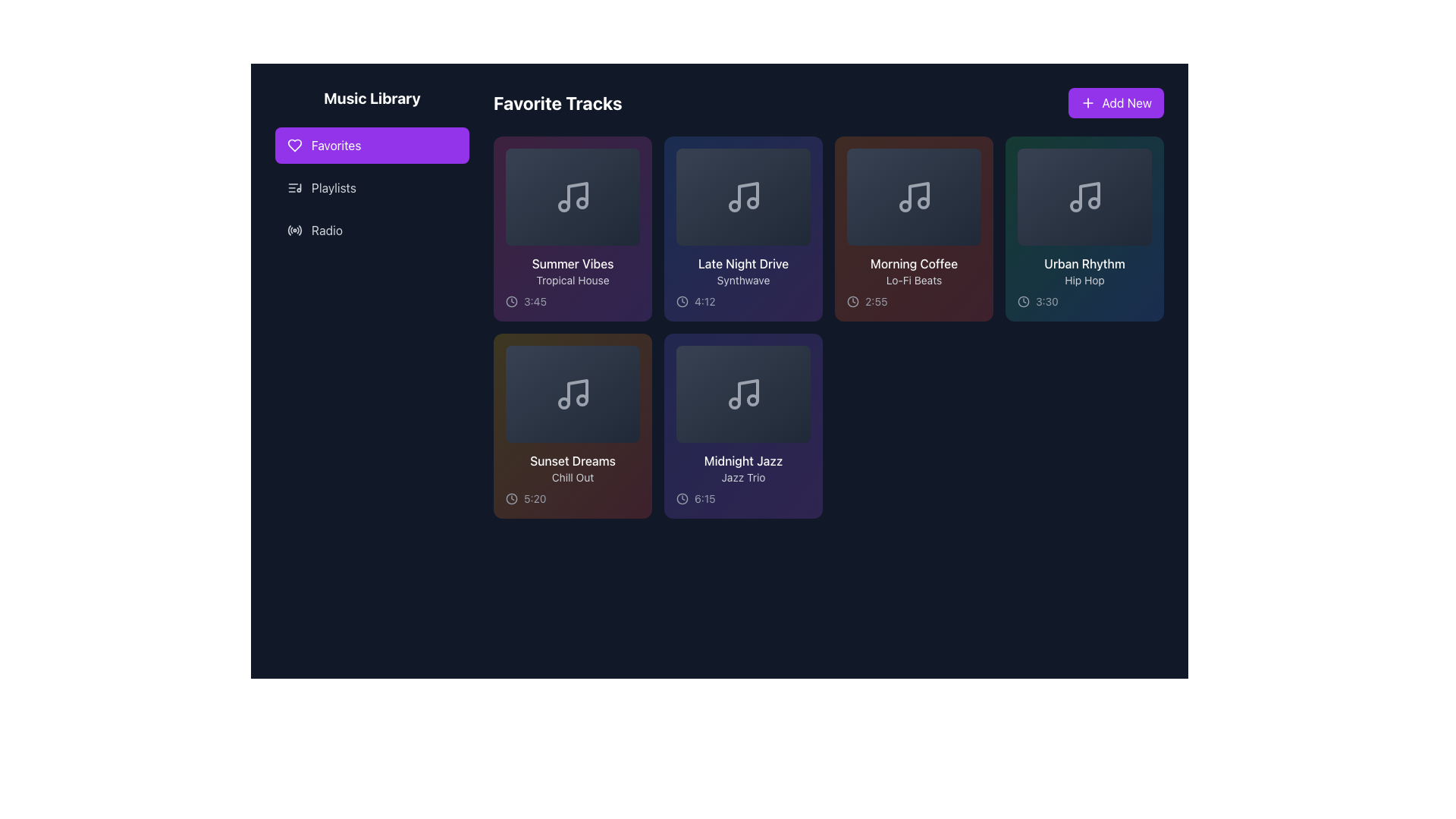 The height and width of the screenshot is (819, 1456). Describe the element at coordinates (372, 146) in the screenshot. I see `the 'Favorites' button in the 'Music Library' section to change its appearance` at that location.